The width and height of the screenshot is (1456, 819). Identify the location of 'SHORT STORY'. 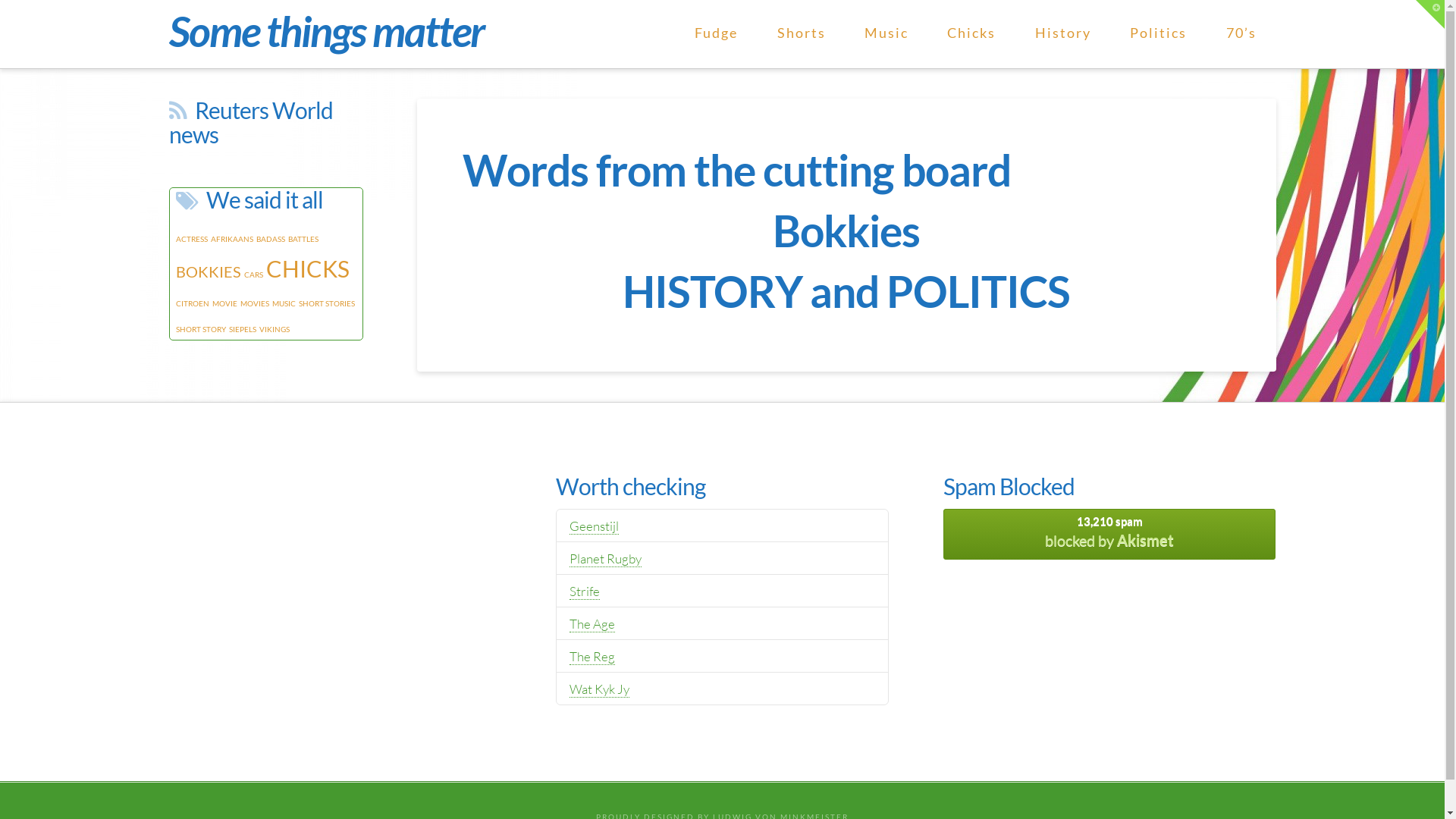
(199, 328).